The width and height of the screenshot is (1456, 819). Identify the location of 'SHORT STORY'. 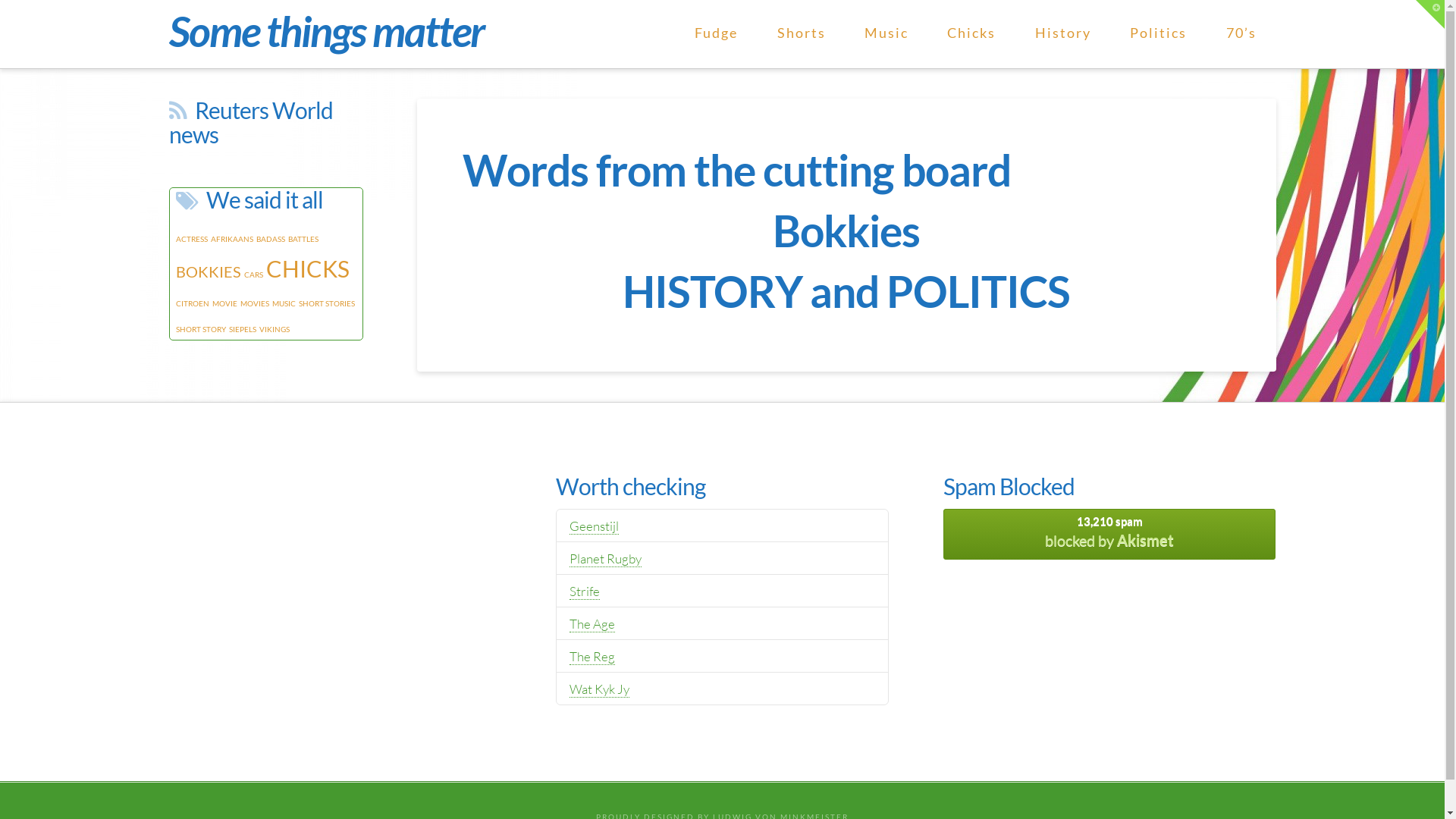
(199, 328).